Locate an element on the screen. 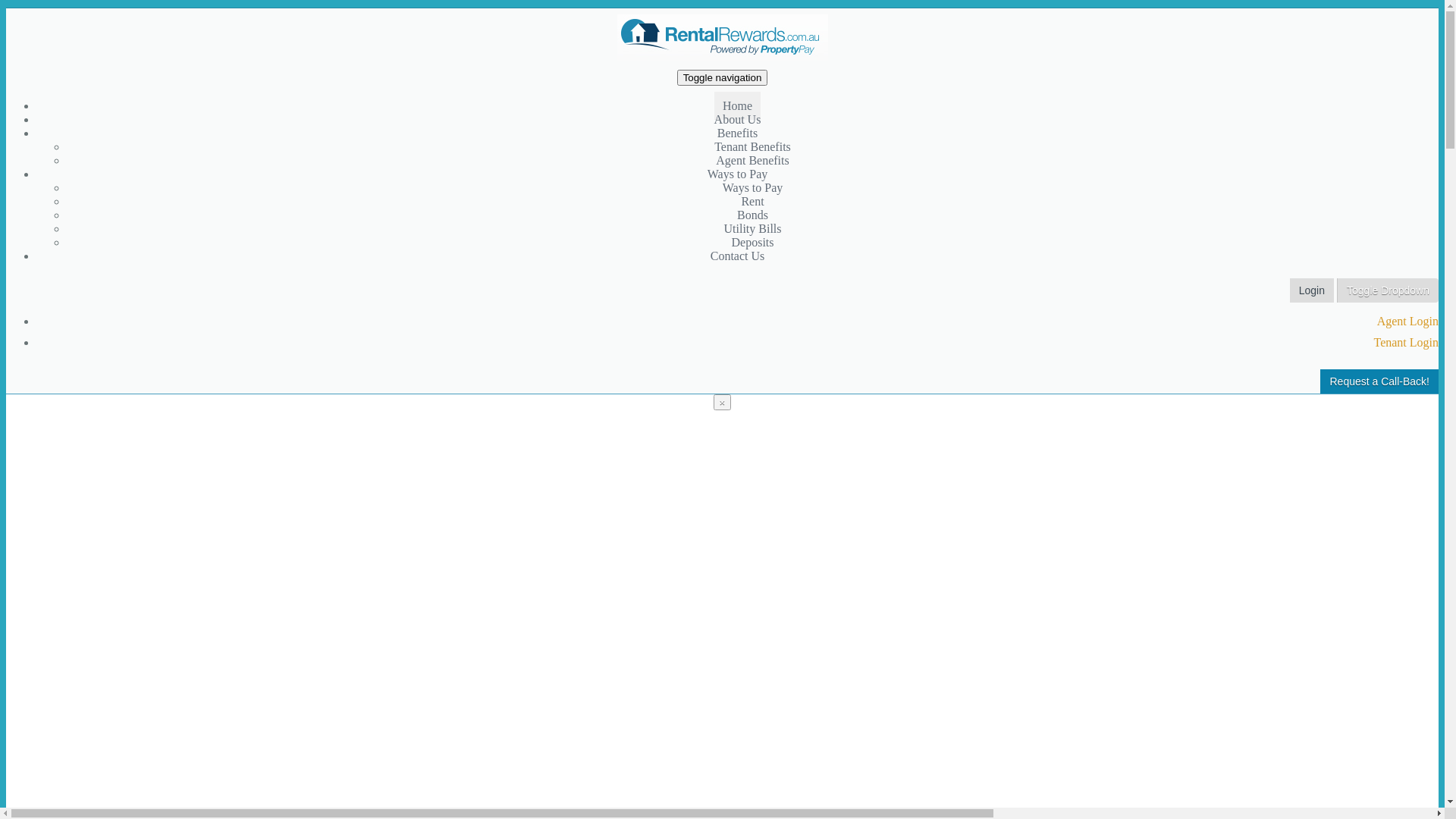 This screenshot has width=1456, height=819. 'Request a Call-Back!' is located at coordinates (1379, 380).